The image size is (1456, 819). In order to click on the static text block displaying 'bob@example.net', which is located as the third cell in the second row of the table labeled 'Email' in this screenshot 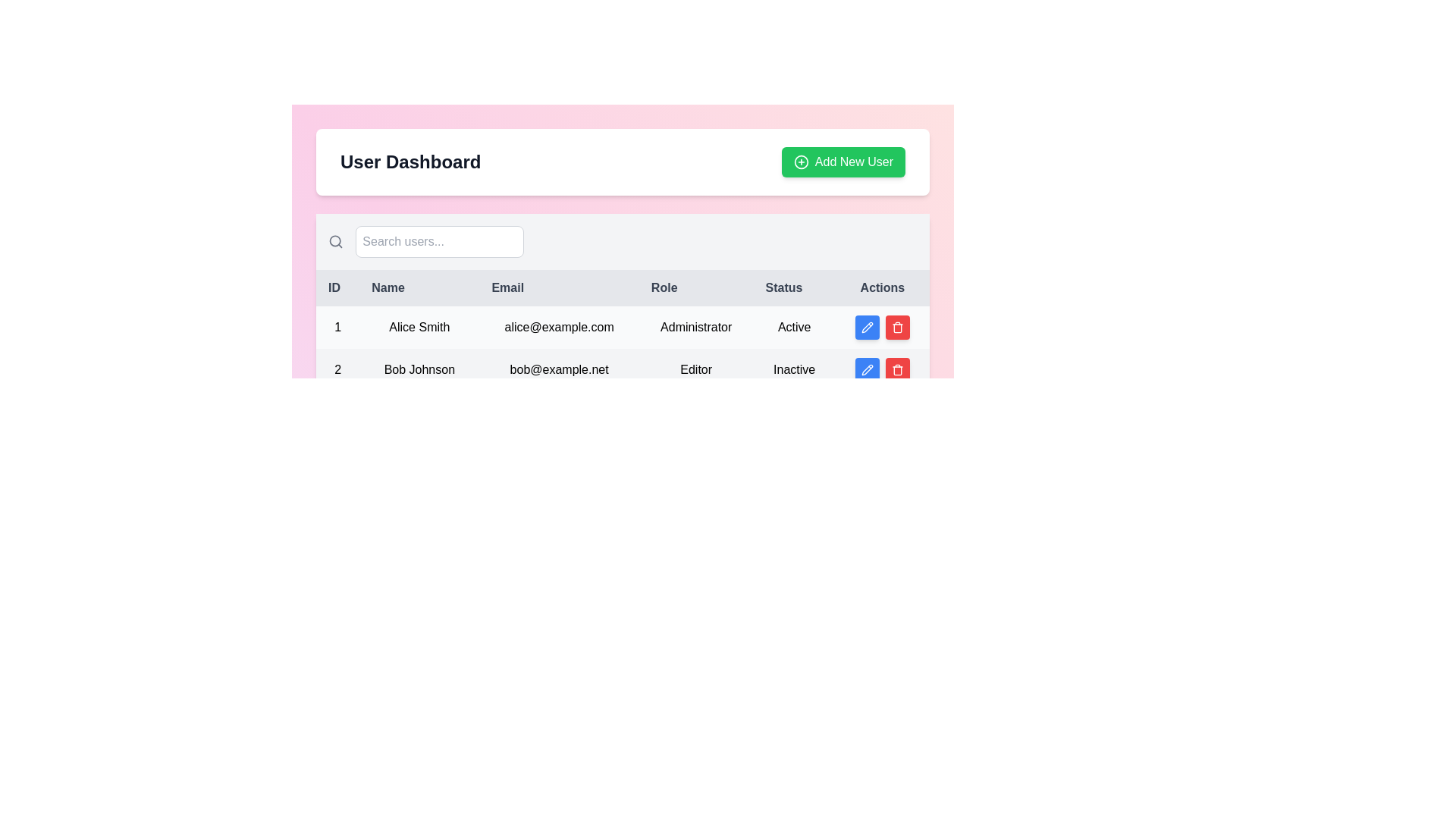, I will do `click(558, 370)`.